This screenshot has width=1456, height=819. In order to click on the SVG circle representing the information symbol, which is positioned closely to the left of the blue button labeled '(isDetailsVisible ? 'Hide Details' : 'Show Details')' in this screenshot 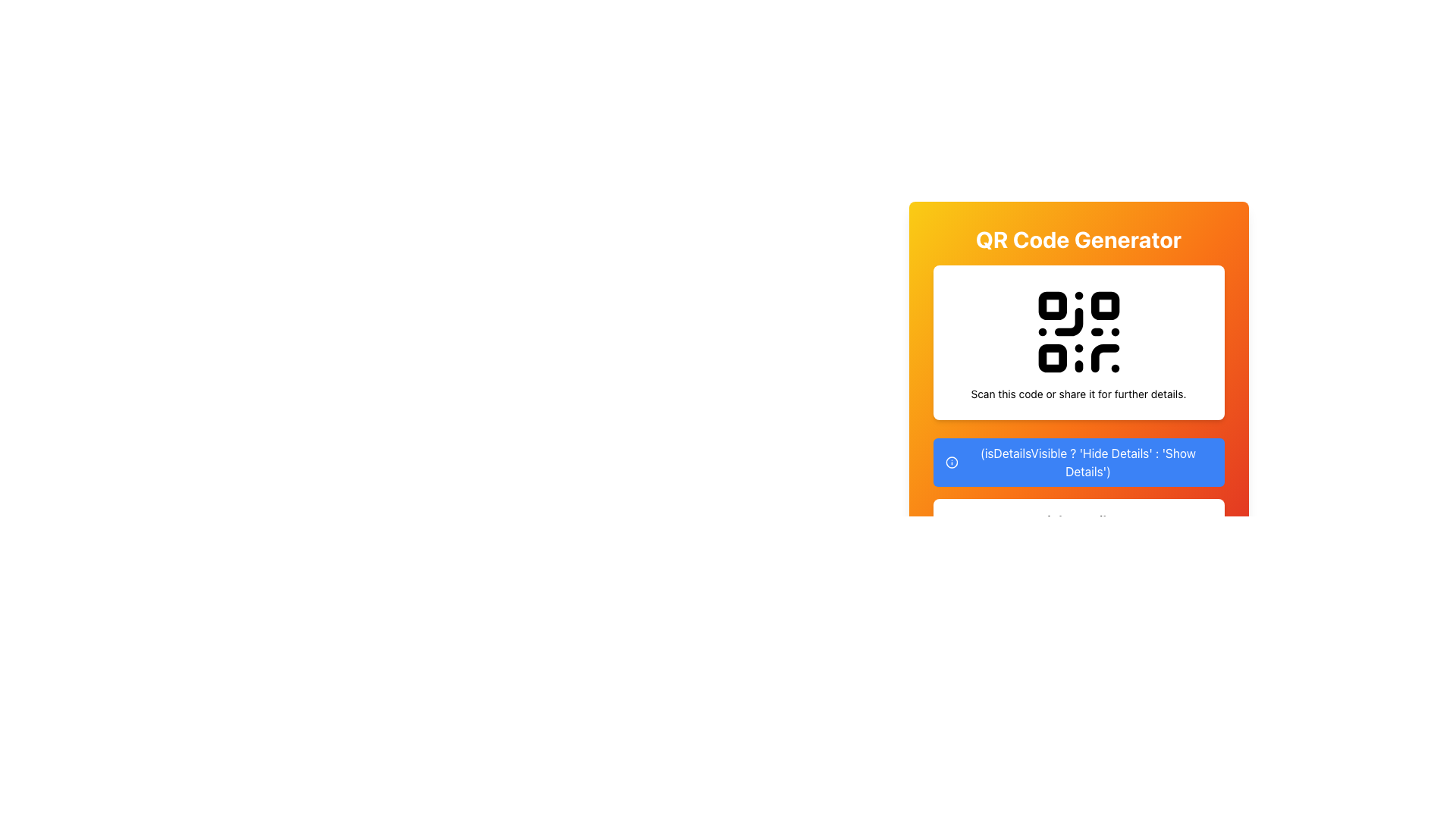, I will do `click(950, 461)`.